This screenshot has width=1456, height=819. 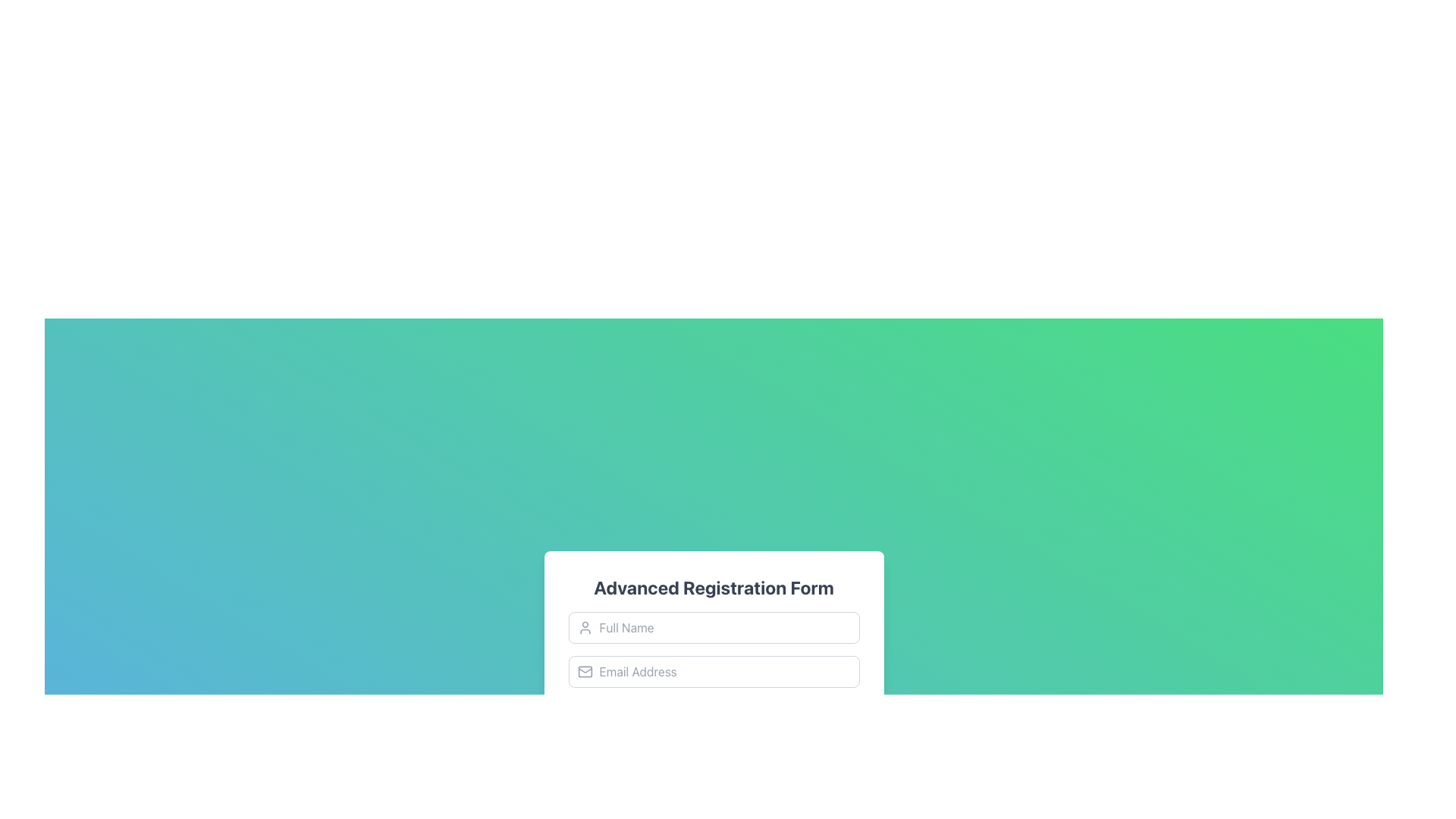 I want to click on the envelope body element of the SVG graphic icon representing email functionality, which is located inside the email input field of the form labeled 'Email Address', so click(x=584, y=671).